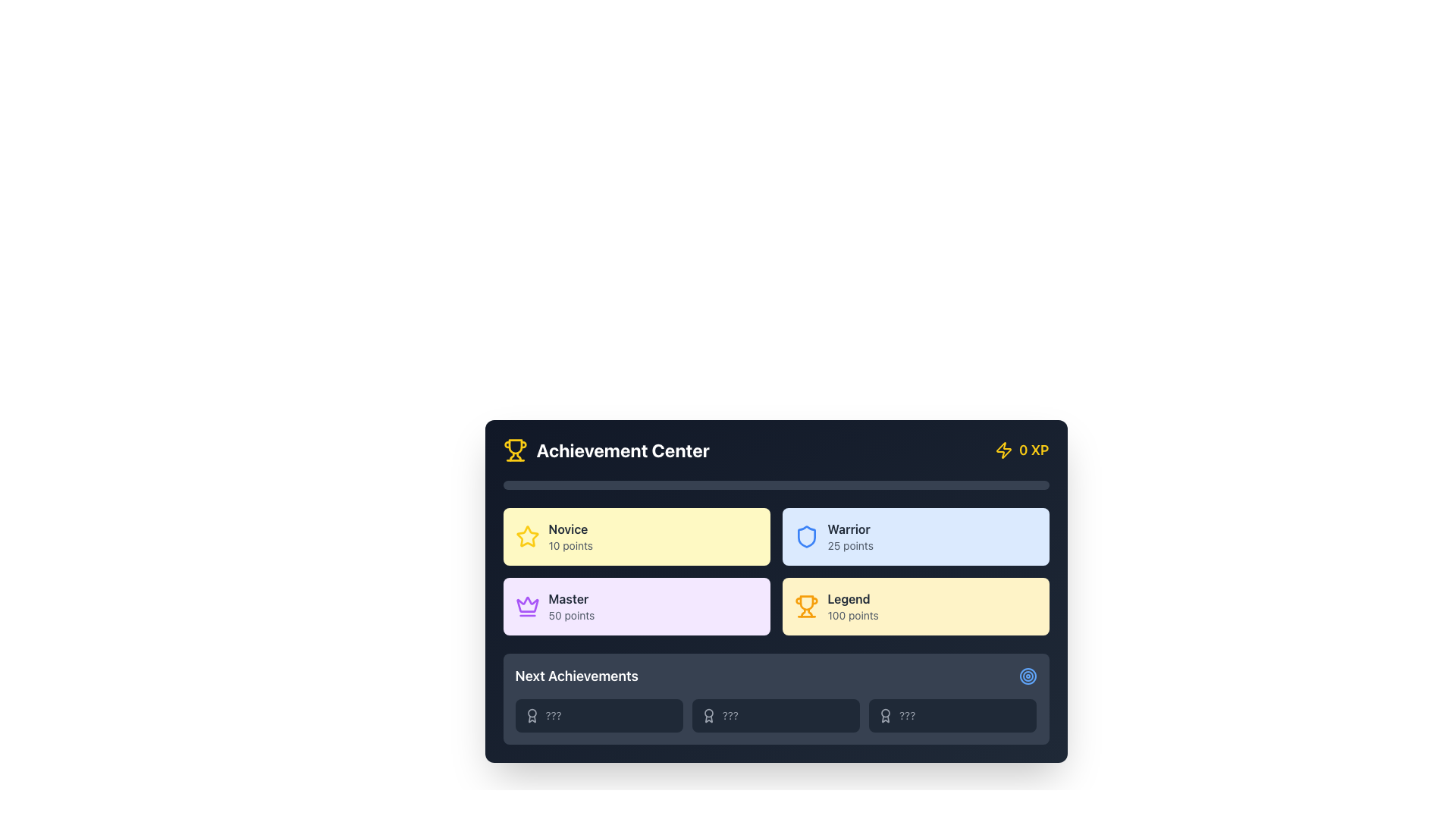 The image size is (1456, 819). I want to click on text label displaying '0 XP' in bold yellow font located near the top-right corner of the card interface, so click(1033, 450).